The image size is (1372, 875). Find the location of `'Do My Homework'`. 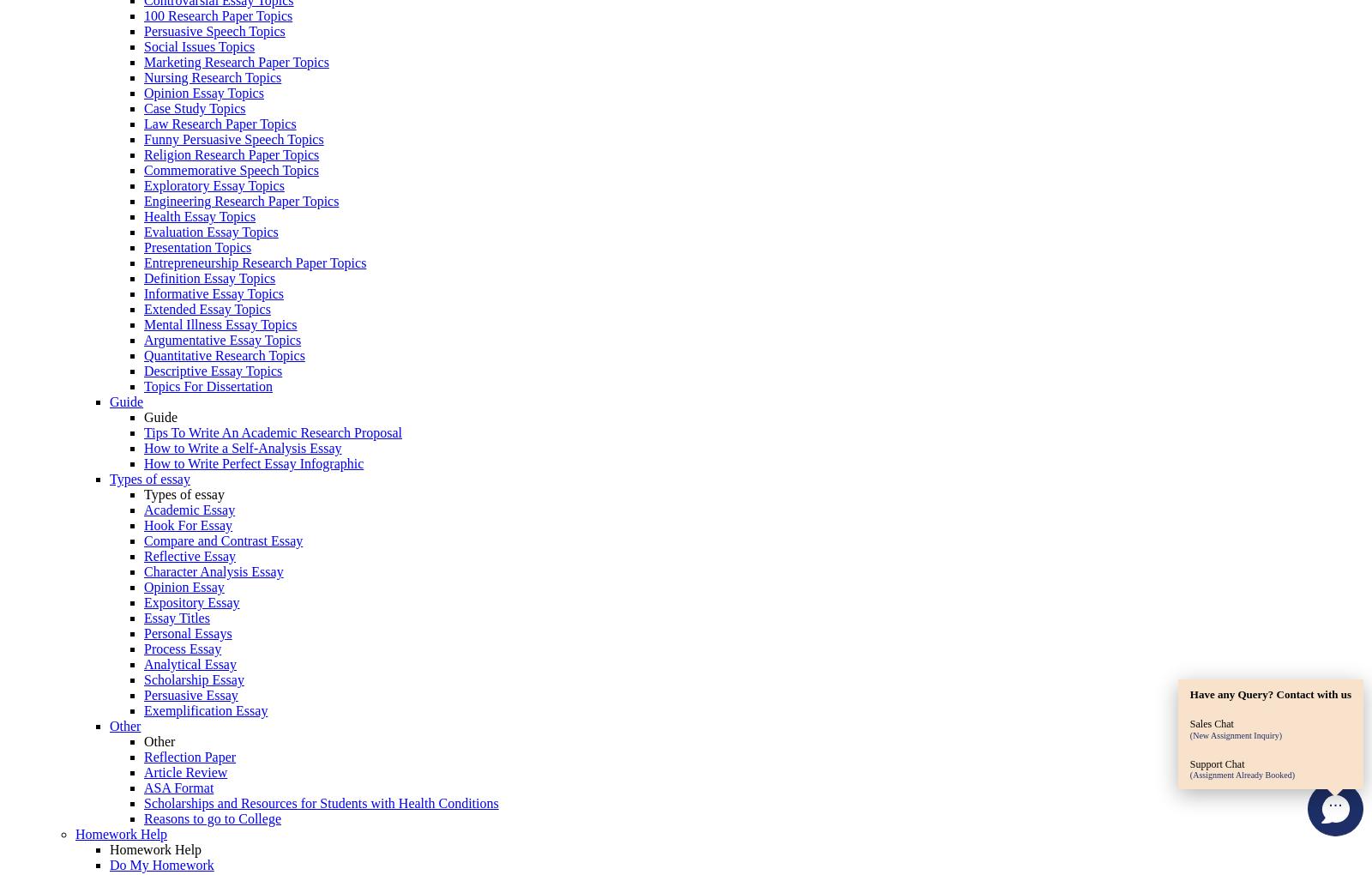

'Do My Homework' is located at coordinates (109, 865).